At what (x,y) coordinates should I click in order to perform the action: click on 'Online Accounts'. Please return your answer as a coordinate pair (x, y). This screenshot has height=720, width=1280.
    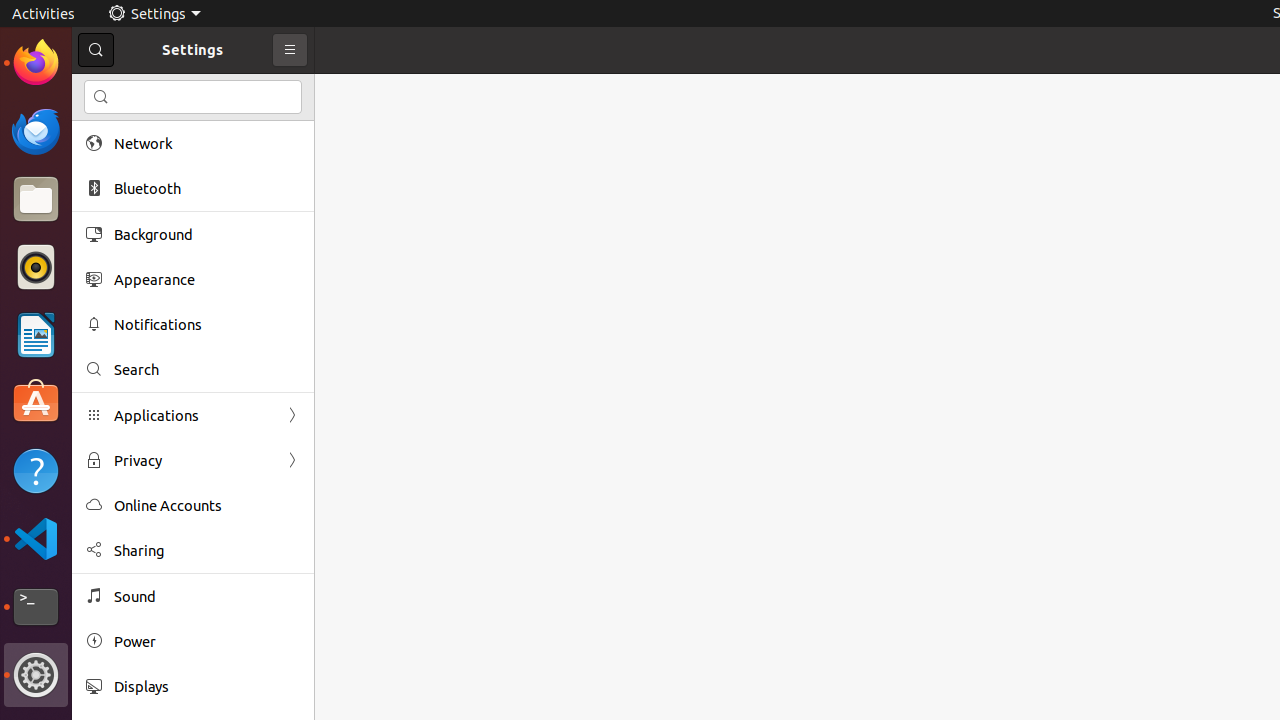
    Looking at the image, I should click on (206, 504).